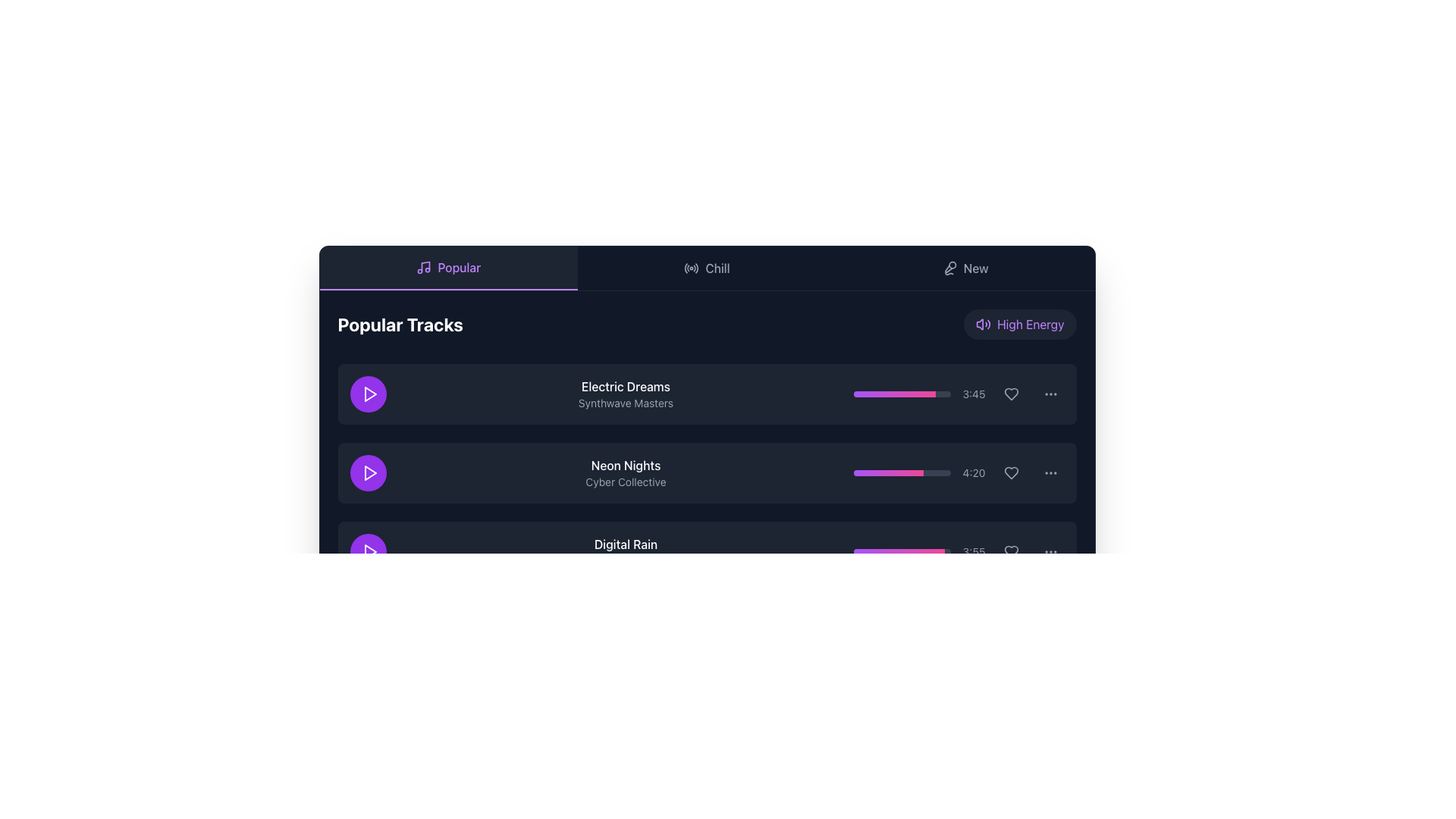 This screenshot has height=819, width=1456. I want to click on the ellipsis button located to the right side of the last track in the 'Popular Tracks' list, so click(1050, 552).